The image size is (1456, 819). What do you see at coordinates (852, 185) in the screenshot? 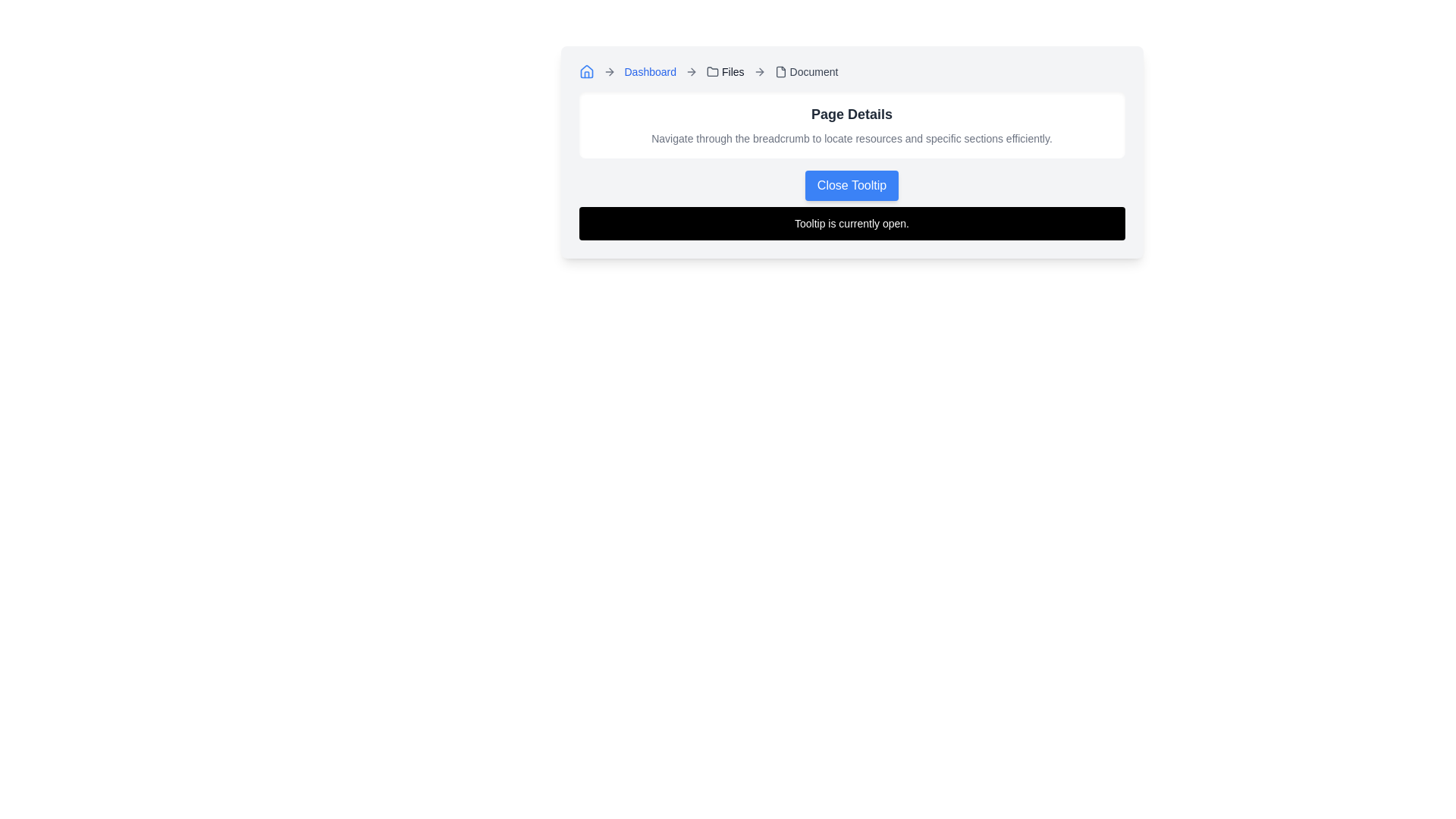
I see `the blue rounded button labeled 'Close Tooltip', which is centrally located above the message bar and below the title 'Page Details'` at bounding box center [852, 185].